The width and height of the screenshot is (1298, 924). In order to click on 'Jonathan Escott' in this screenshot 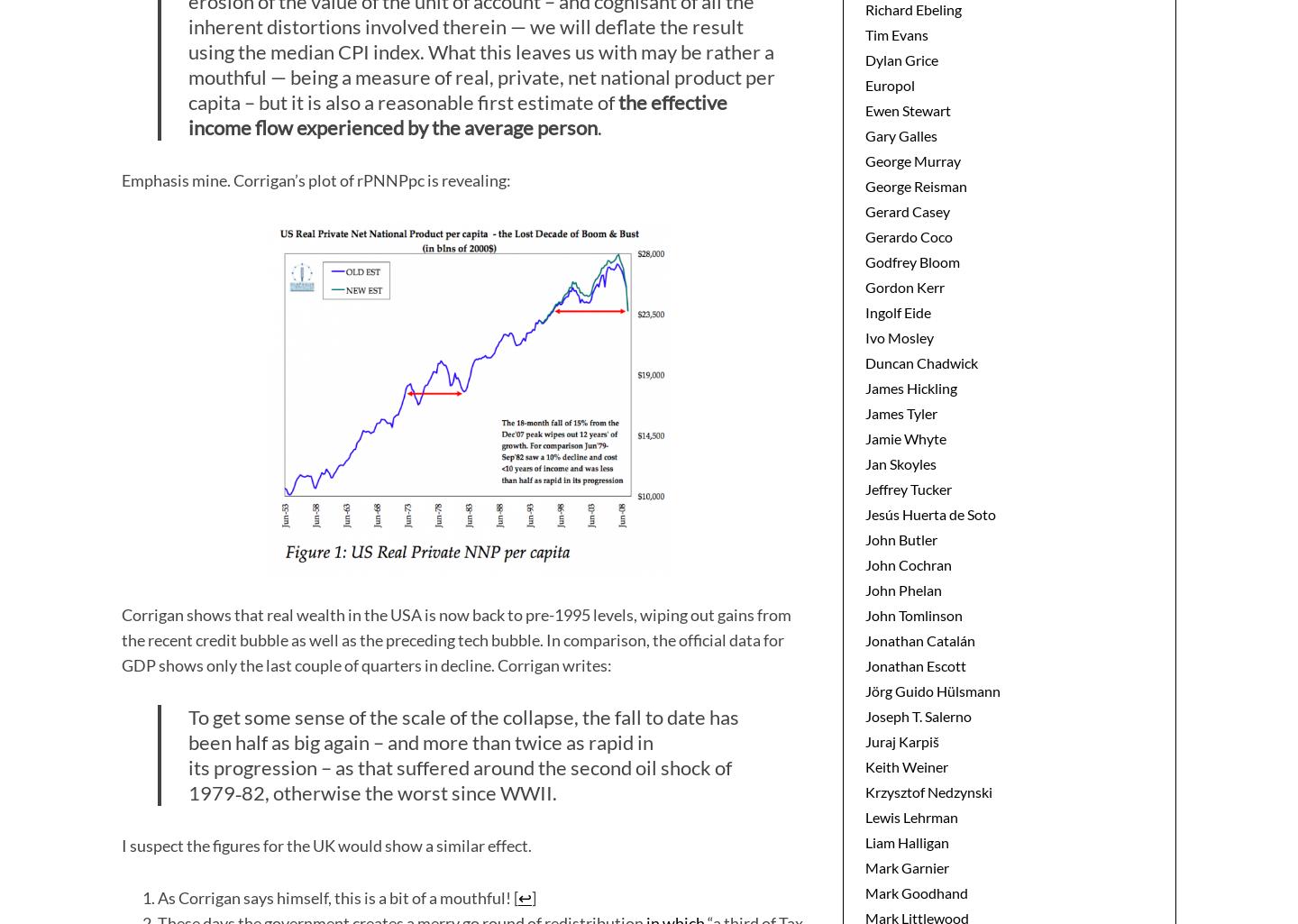, I will do `click(915, 663)`.